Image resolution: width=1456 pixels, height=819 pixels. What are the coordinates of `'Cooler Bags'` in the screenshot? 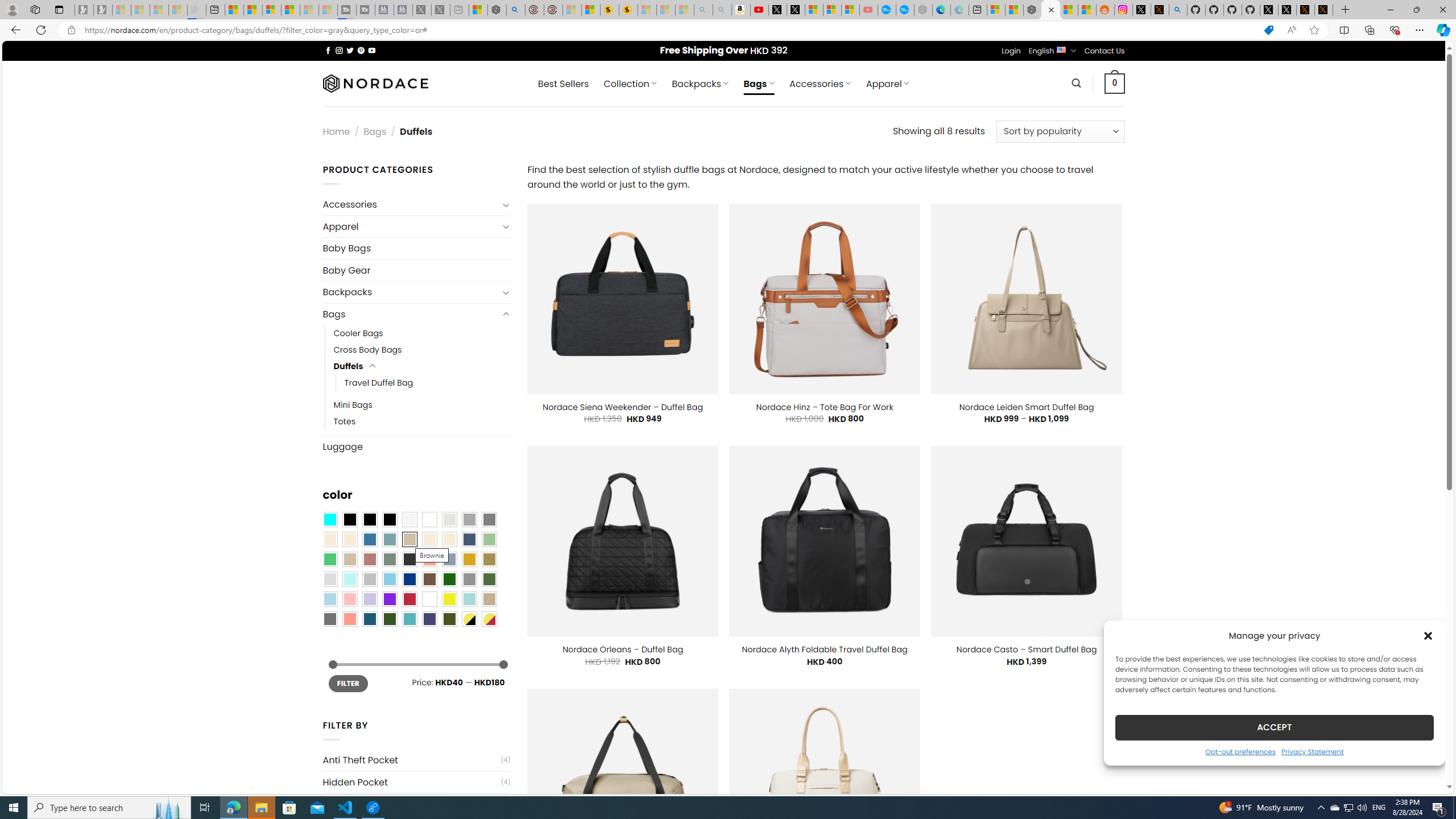 It's located at (421, 333).